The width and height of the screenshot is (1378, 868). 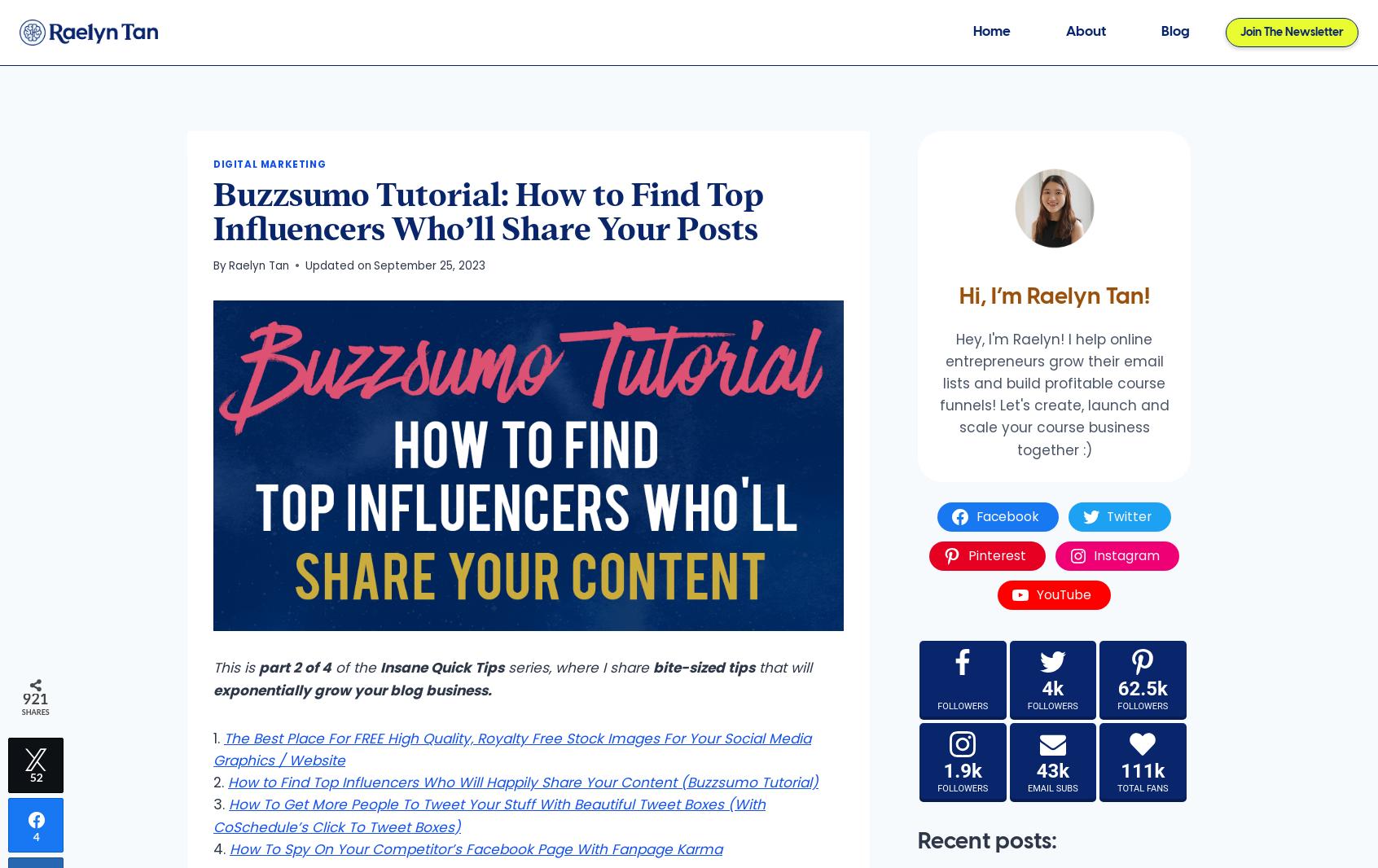 I want to click on '4.', so click(x=222, y=848).